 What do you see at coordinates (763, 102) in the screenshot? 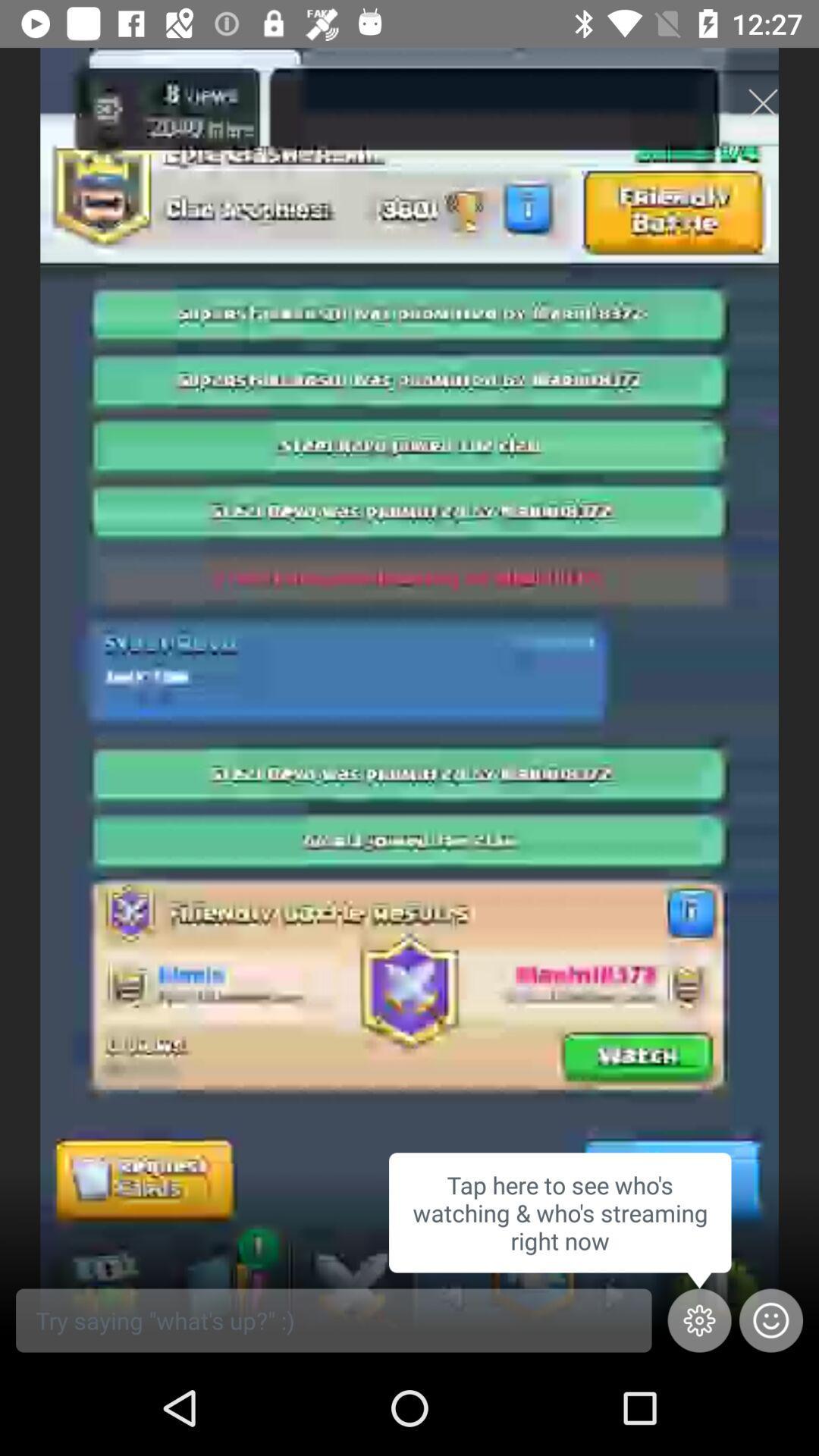
I see `the close icon` at bounding box center [763, 102].